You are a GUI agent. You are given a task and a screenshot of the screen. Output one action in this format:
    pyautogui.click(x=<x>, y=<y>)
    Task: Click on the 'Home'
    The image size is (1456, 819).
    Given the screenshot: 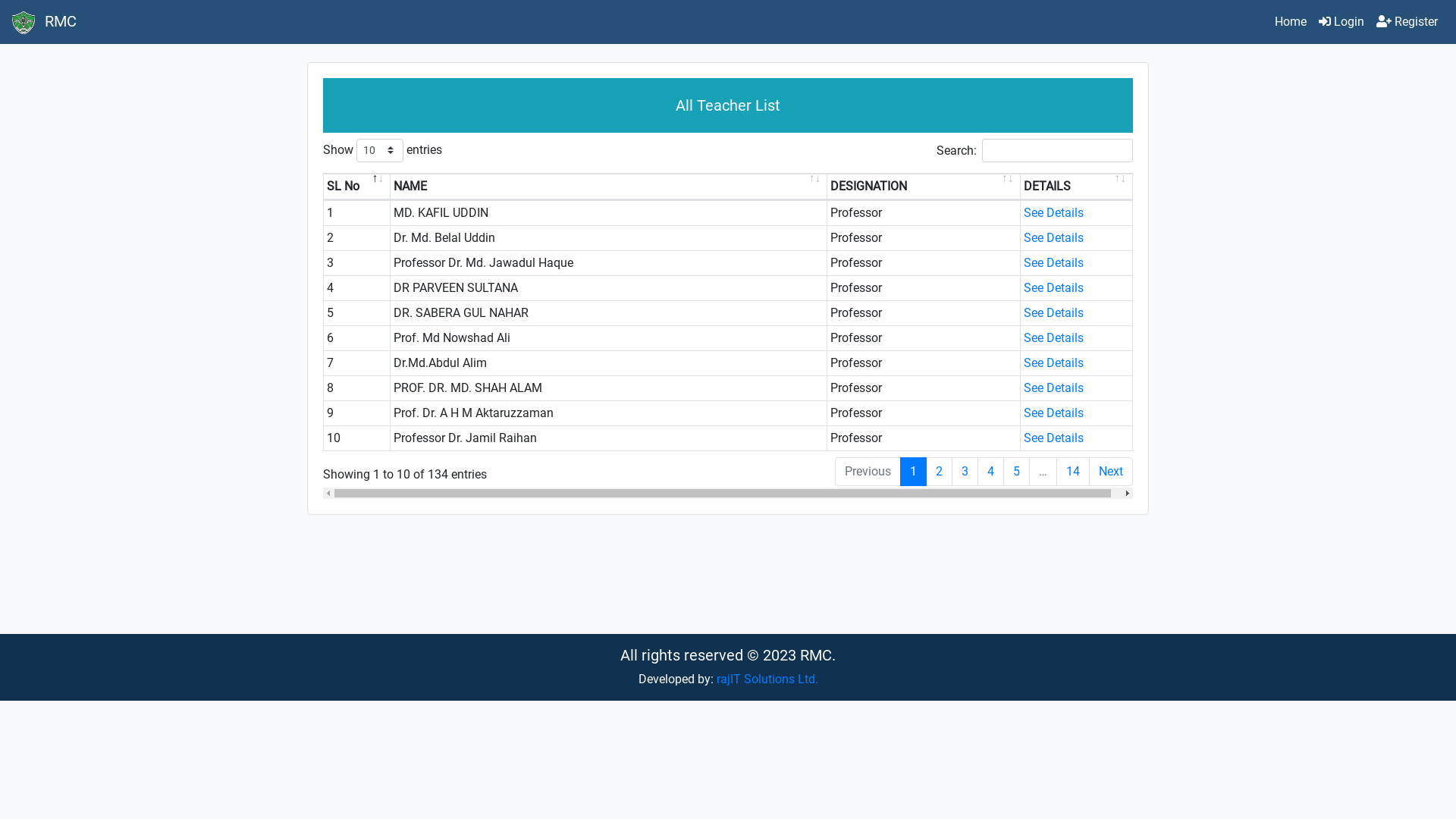 What is the action you would take?
    pyautogui.click(x=1290, y=22)
    